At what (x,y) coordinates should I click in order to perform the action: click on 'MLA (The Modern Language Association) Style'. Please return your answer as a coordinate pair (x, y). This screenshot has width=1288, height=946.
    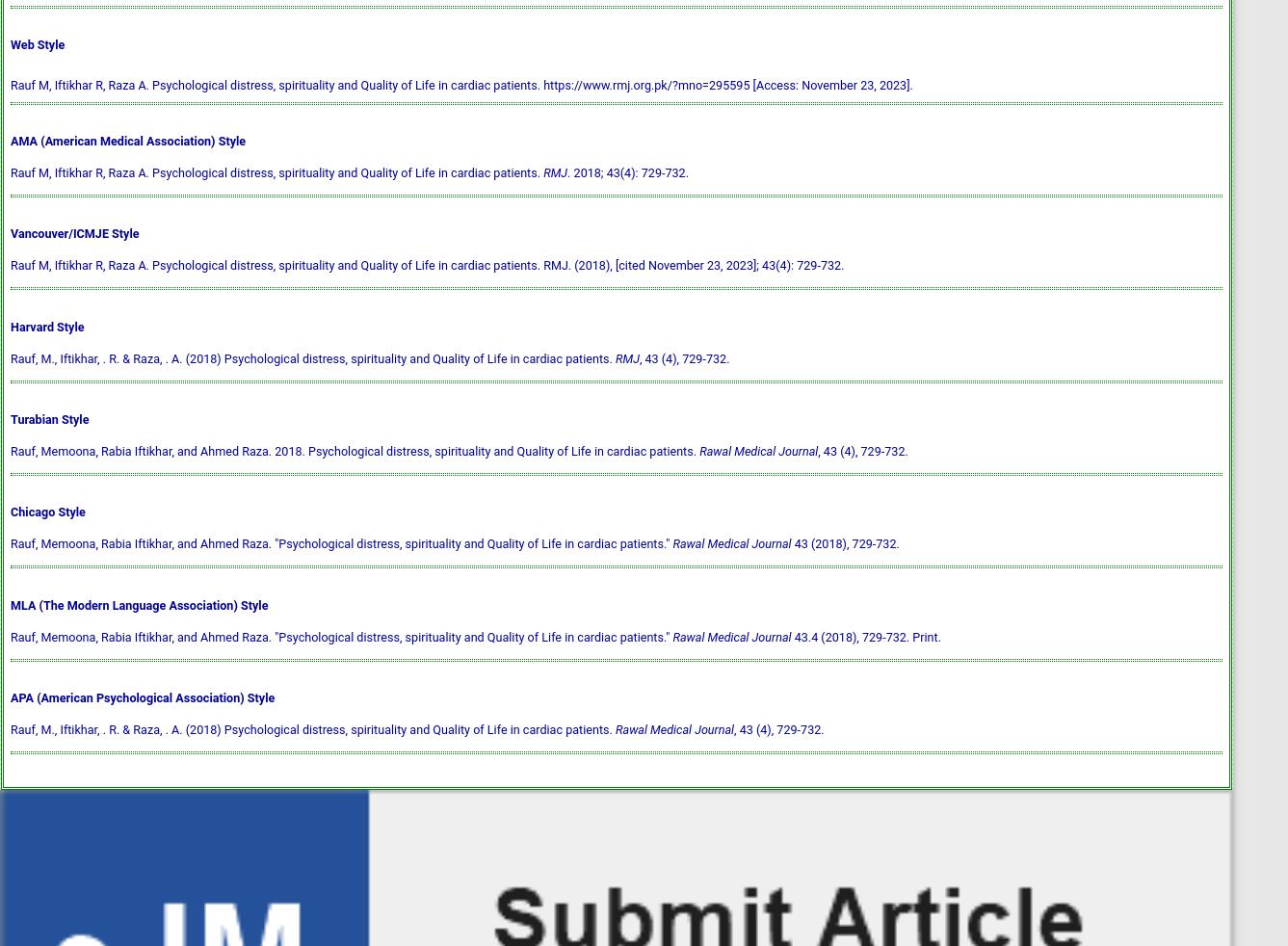
    Looking at the image, I should click on (138, 603).